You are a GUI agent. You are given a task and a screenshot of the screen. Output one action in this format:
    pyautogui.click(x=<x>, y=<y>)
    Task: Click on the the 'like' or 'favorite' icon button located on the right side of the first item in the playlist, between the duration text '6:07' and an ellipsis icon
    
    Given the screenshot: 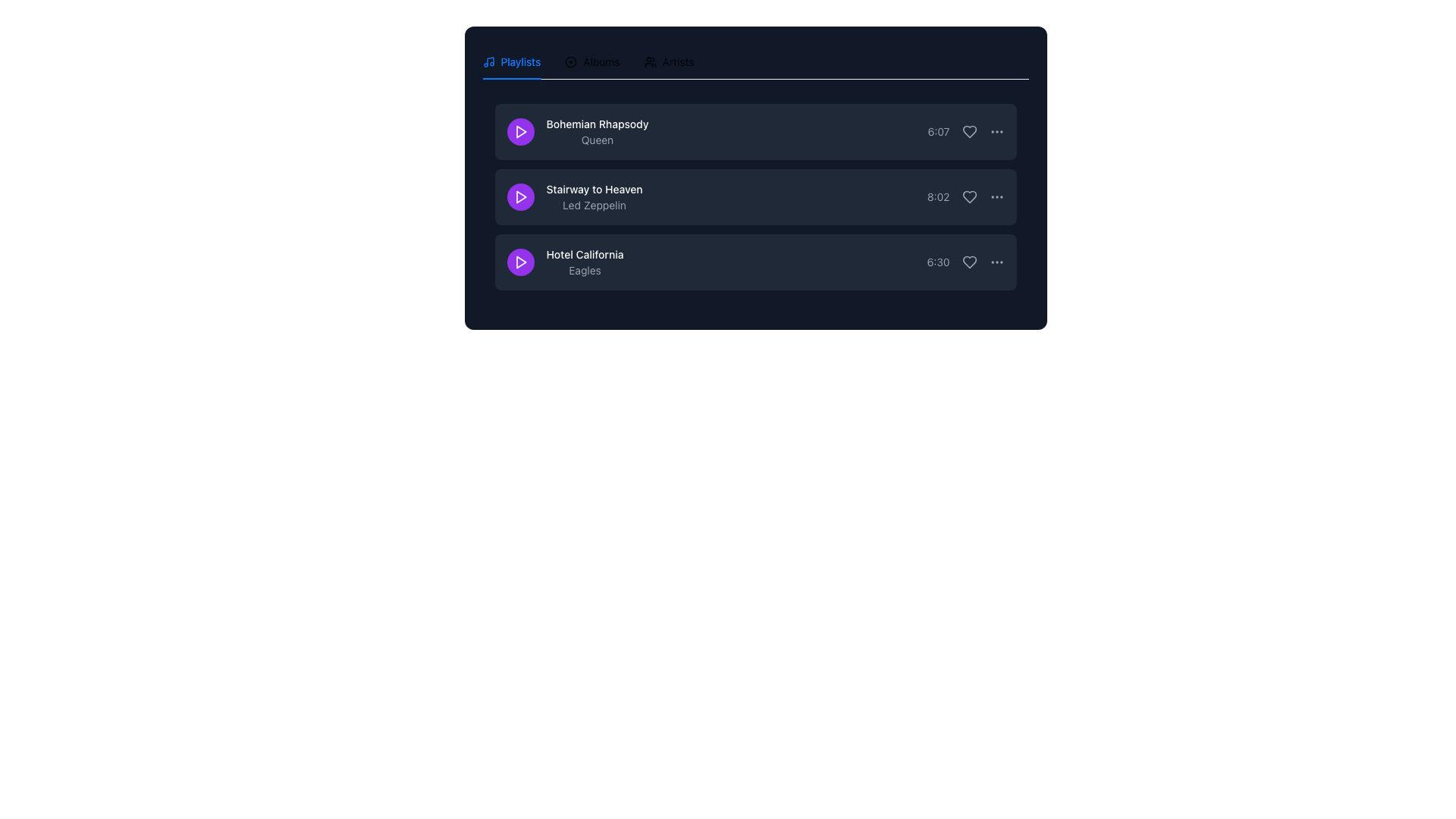 What is the action you would take?
    pyautogui.click(x=965, y=130)
    